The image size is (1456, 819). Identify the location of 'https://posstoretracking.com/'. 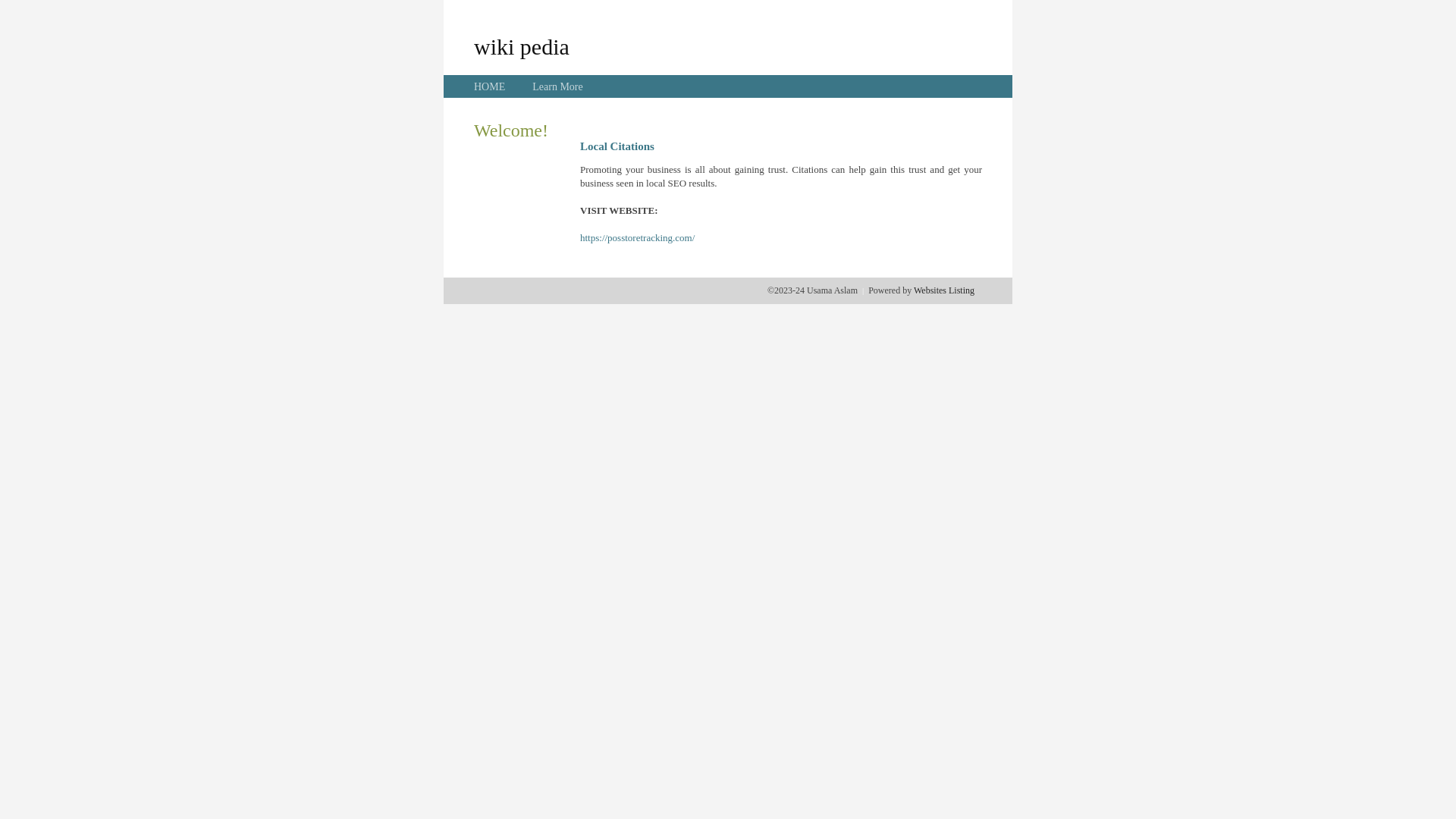
(579, 237).